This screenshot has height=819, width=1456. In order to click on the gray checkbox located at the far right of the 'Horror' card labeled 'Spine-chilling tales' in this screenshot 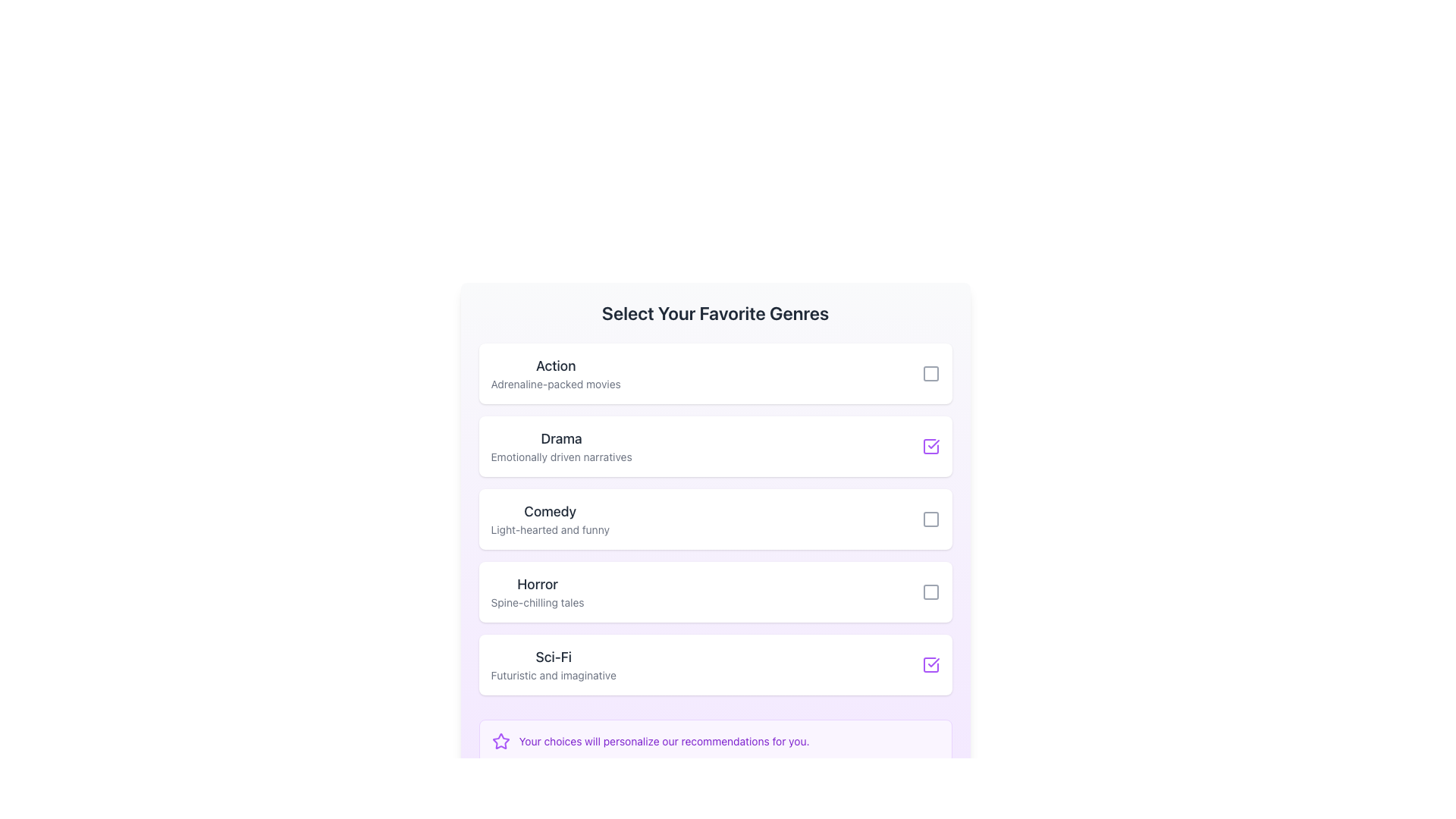, I will do `click(930, 591)`.